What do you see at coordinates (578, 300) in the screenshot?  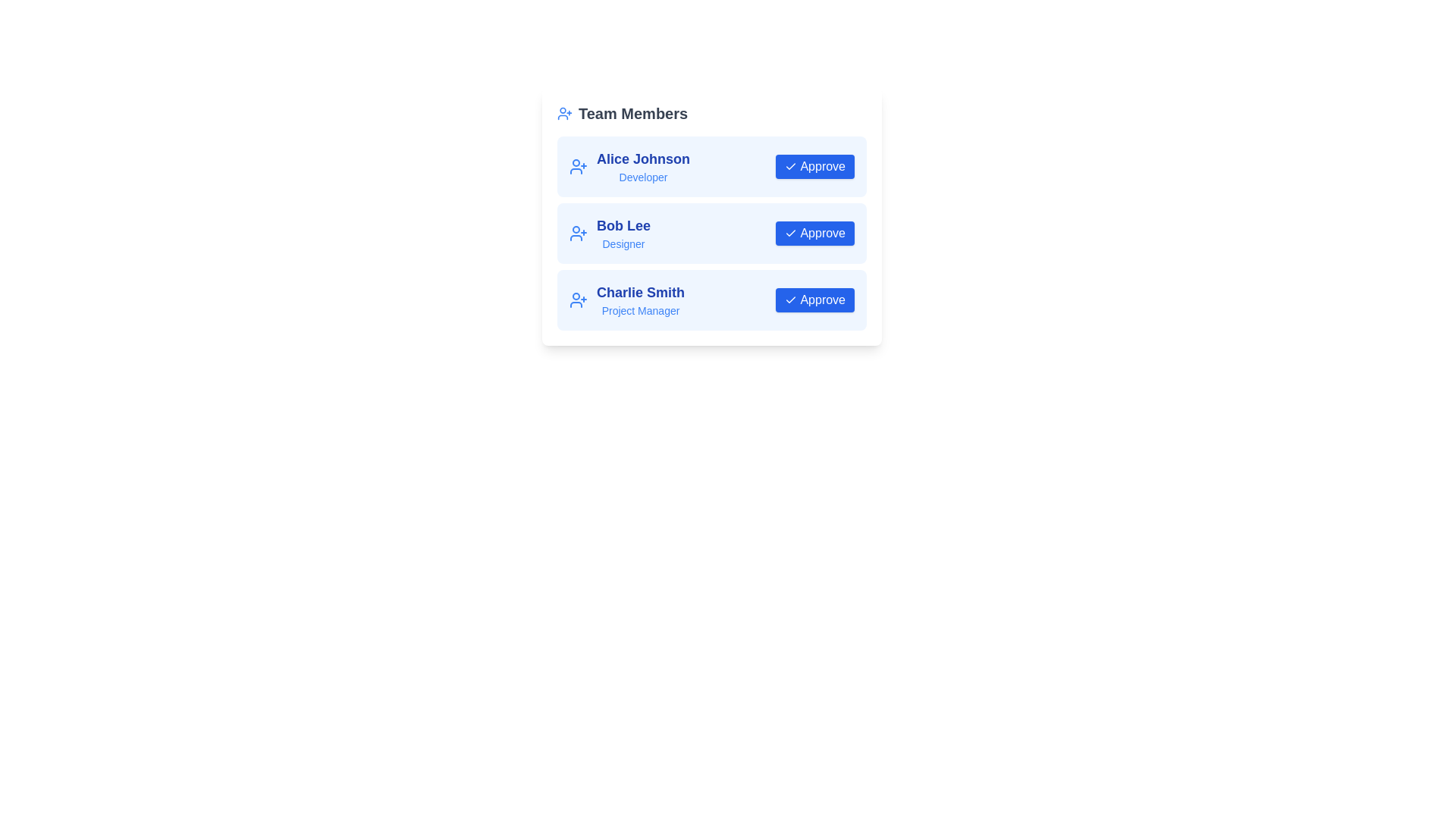 I see `the user management icon located in the top-left corner of the 'Charlie Smith, Project Manager' card, next to the name text 'Charlie Smith'` at bounding box center [578, 300].